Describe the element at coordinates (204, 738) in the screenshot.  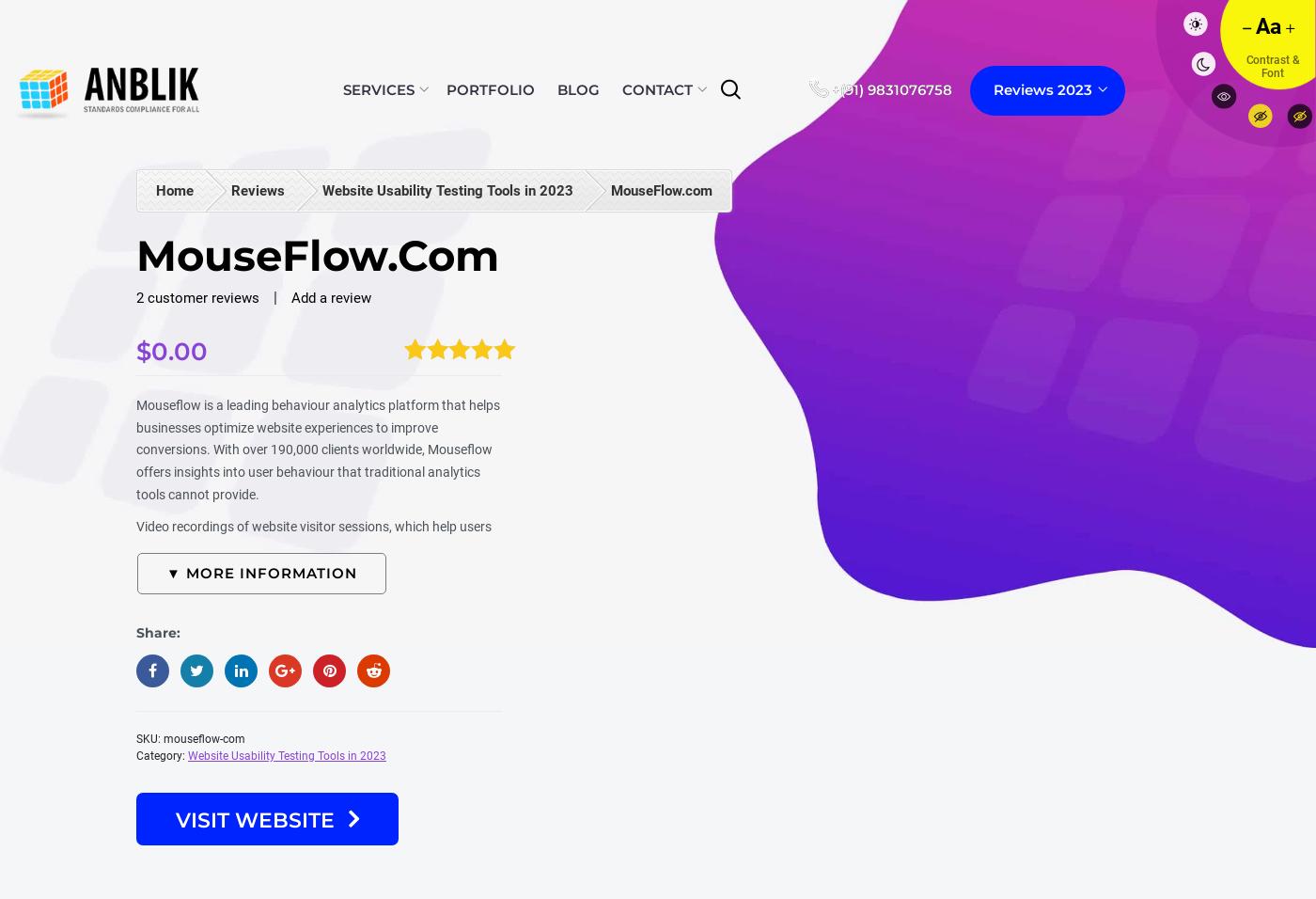
I see `'mouseflow-com'` at that location.